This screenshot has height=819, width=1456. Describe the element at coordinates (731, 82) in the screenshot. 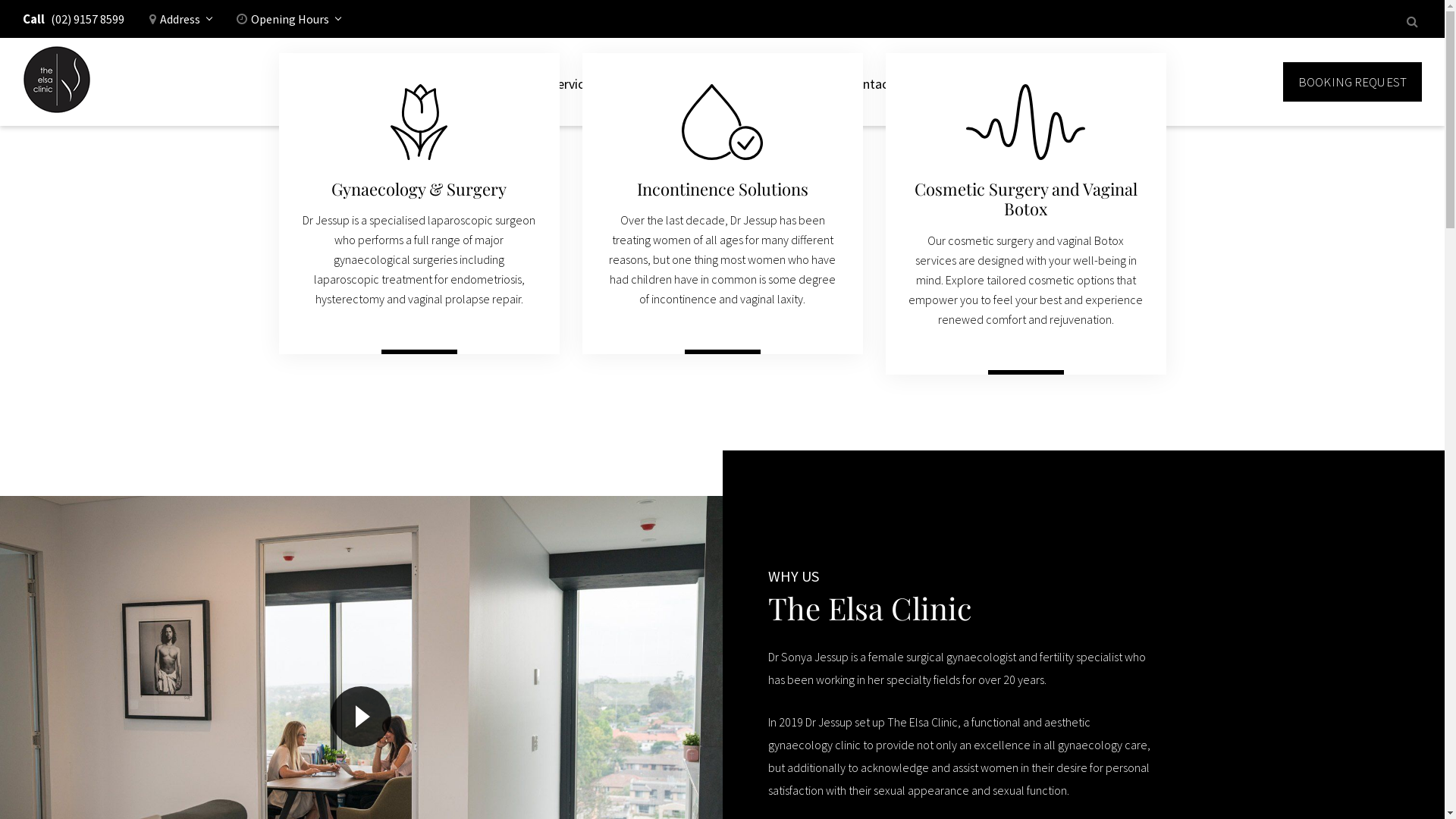

I see `'Our Team'` at that location.